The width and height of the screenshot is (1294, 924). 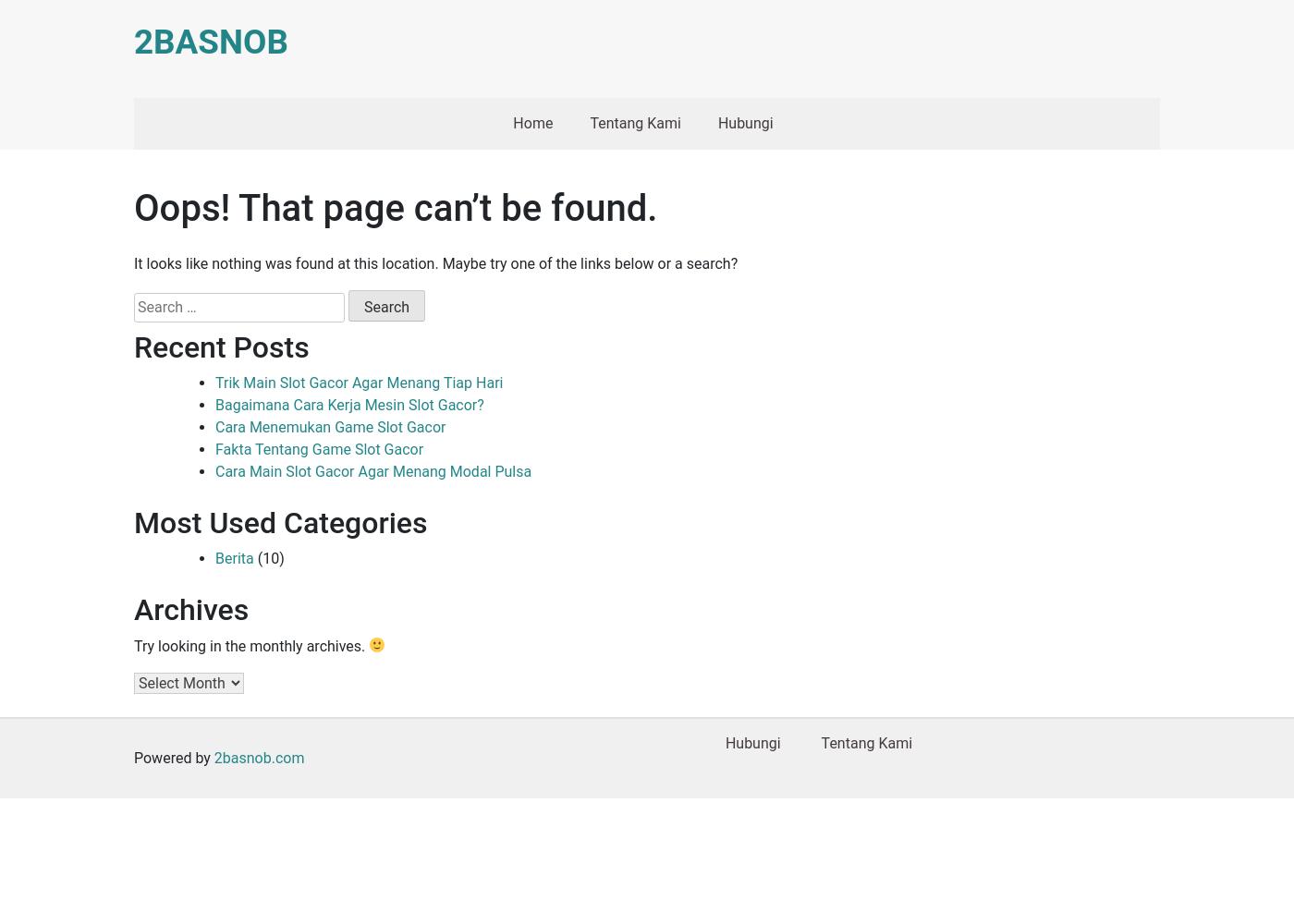 I want to click on 'Powered by', so click(x=134, y=756).